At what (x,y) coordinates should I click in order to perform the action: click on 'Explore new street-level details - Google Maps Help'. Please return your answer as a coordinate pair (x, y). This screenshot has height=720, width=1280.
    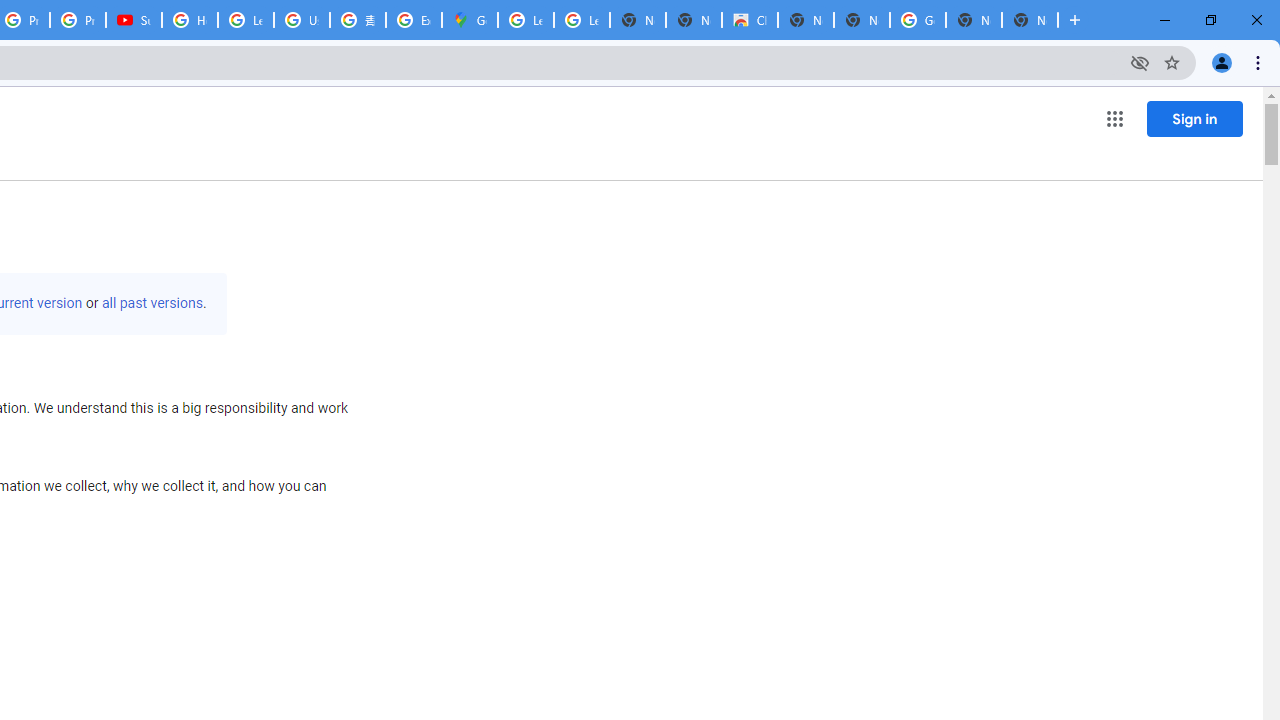
    Looking at the image, I should click on (413, 20).